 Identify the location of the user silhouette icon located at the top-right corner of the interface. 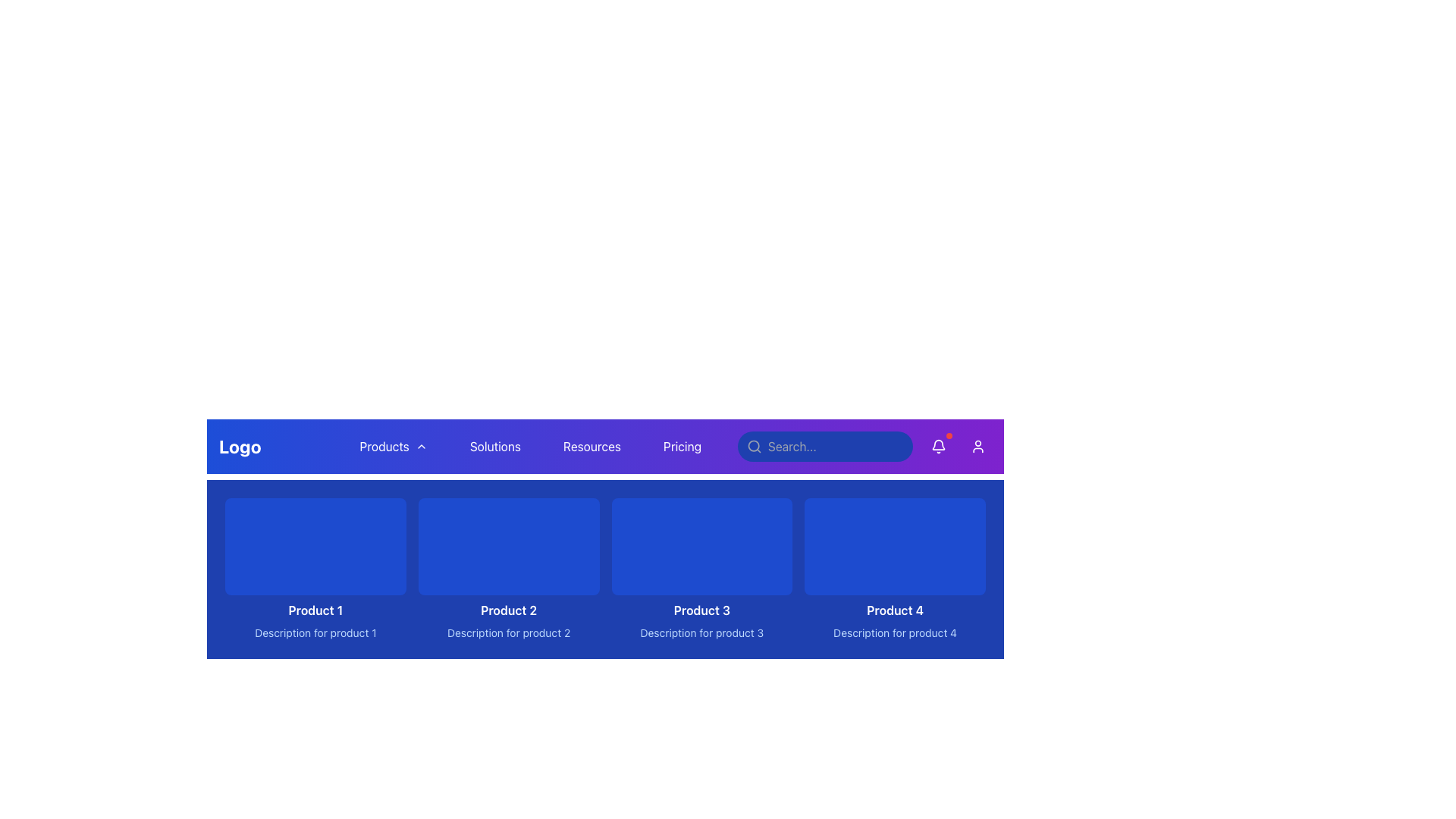
(978, 446).